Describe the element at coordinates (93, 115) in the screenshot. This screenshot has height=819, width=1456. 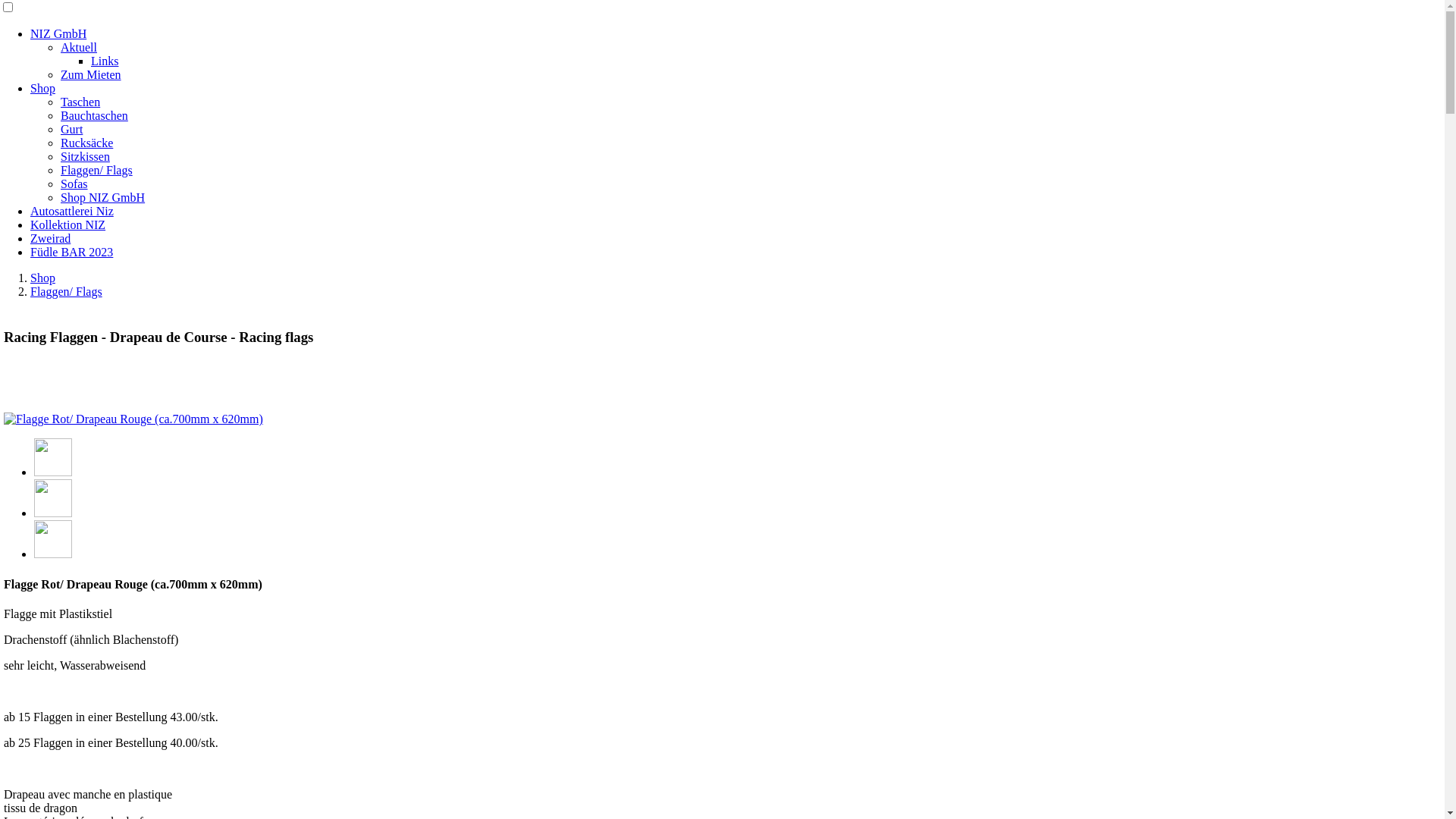
I see `'Bauchtaschen'` at that location.